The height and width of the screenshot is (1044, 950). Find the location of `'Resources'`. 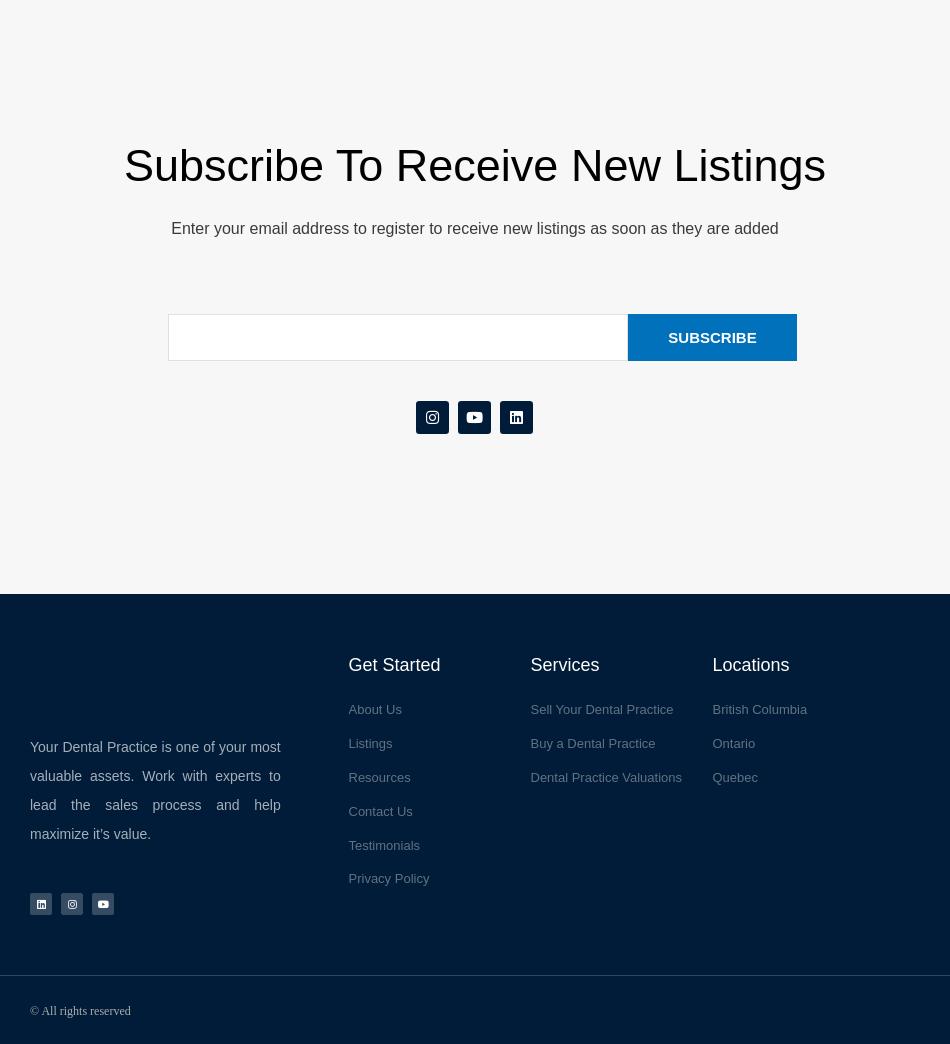

'Resources' is located at coordinates (346, 777).